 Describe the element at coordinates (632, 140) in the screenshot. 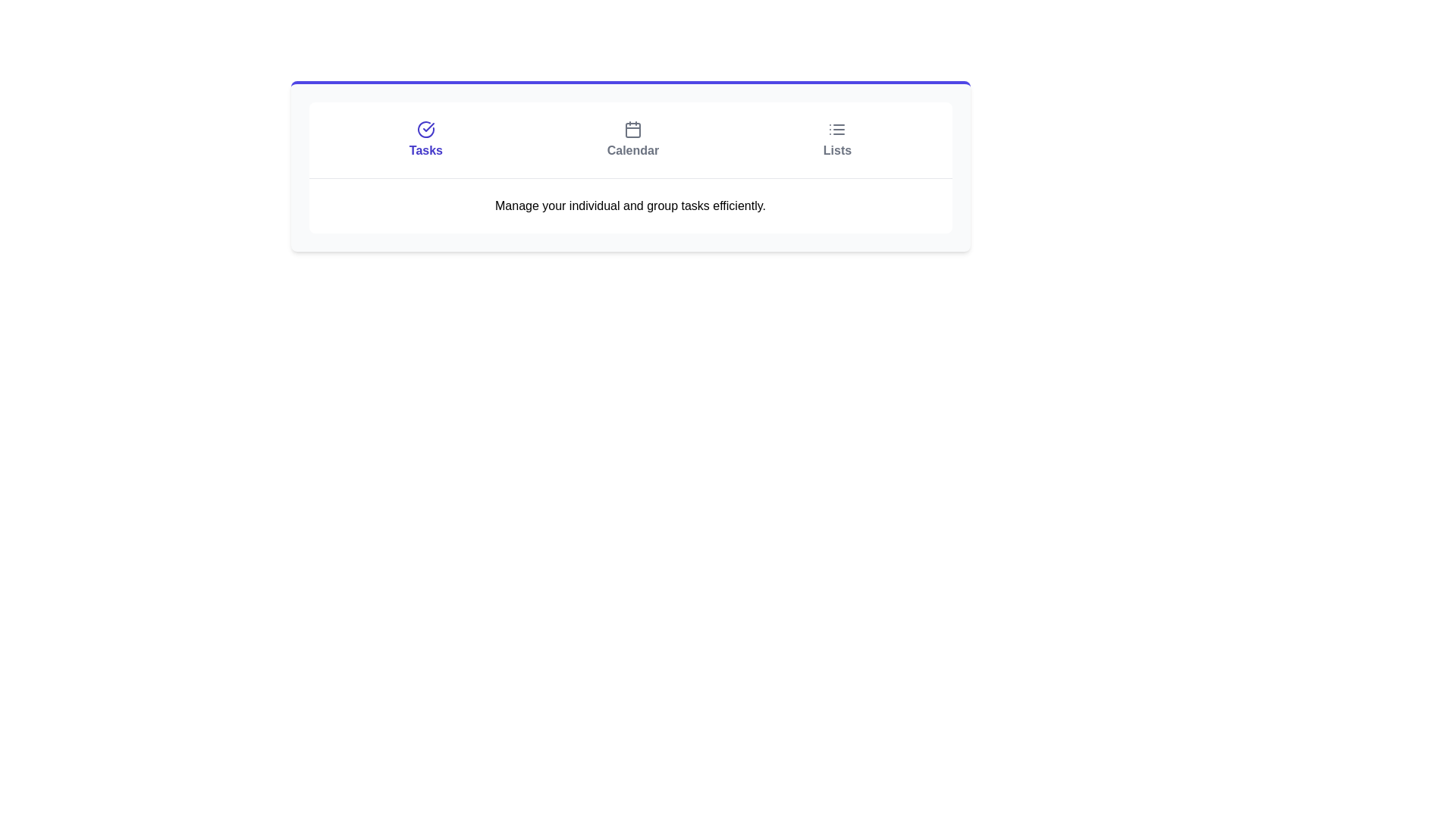

I see `the central navigational button that directs to the calendar page, positioned between 'Tasks' and 'Lists'` at that location.